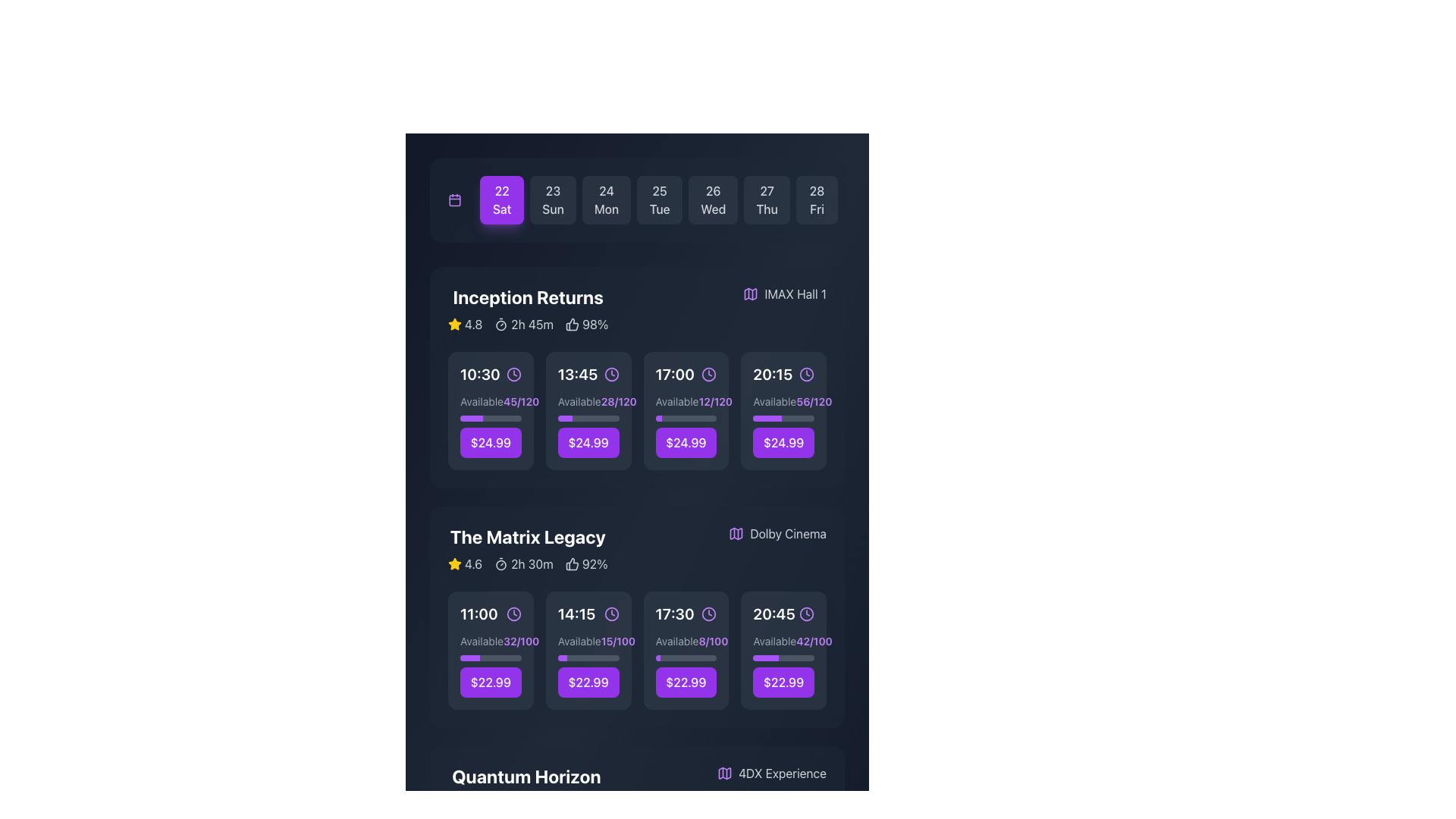 Image resolution: width=1456 pixels, height=819 pixels. What do you see at coordinates (783, 773) in the screenshot?
I see `the text label reading '4DX Experience'` at bounding box center [783, 773].